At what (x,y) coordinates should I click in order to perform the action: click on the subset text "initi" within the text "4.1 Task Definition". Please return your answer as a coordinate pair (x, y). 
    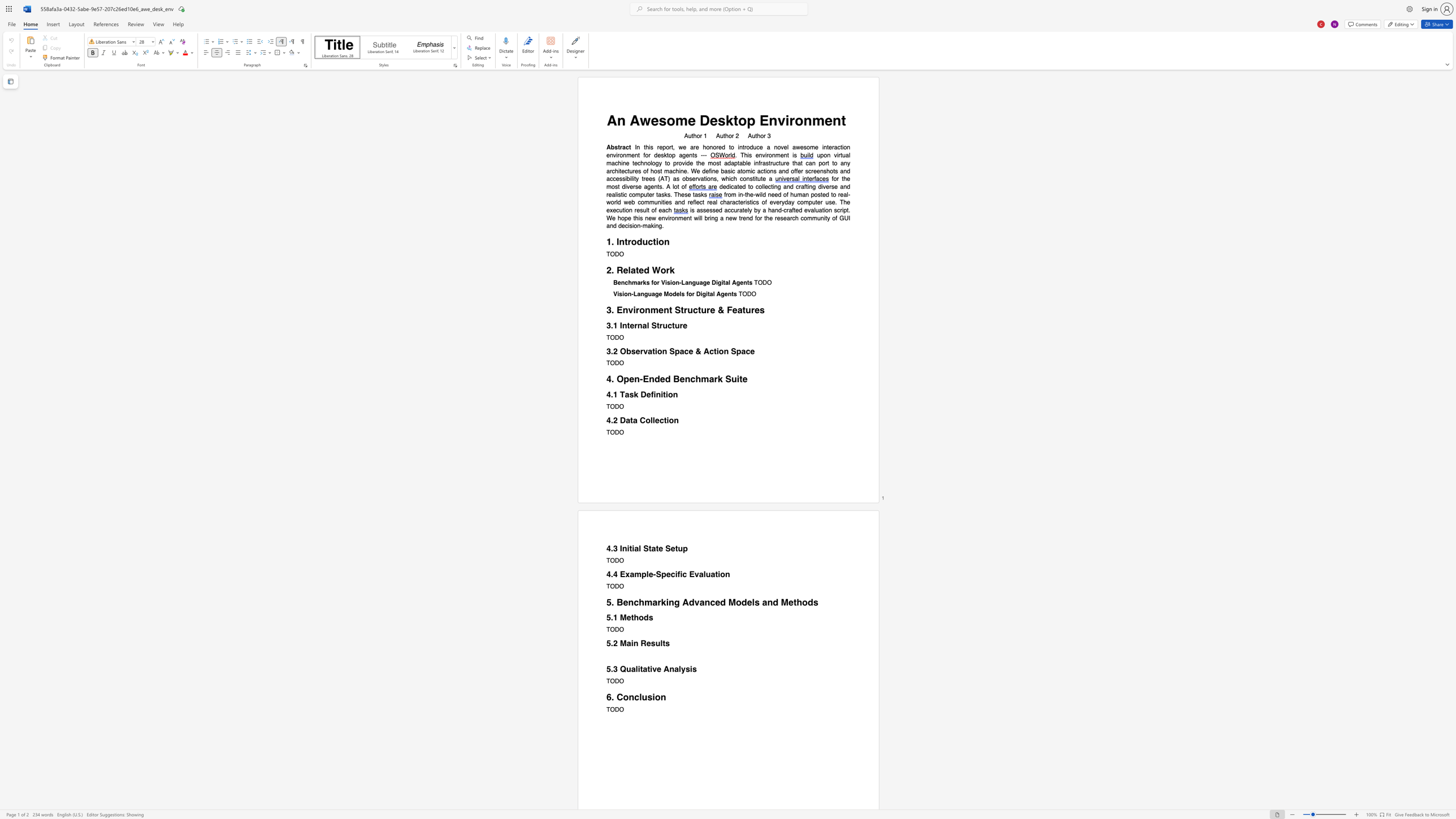
    Looking at the image, I should click on (653, 394).